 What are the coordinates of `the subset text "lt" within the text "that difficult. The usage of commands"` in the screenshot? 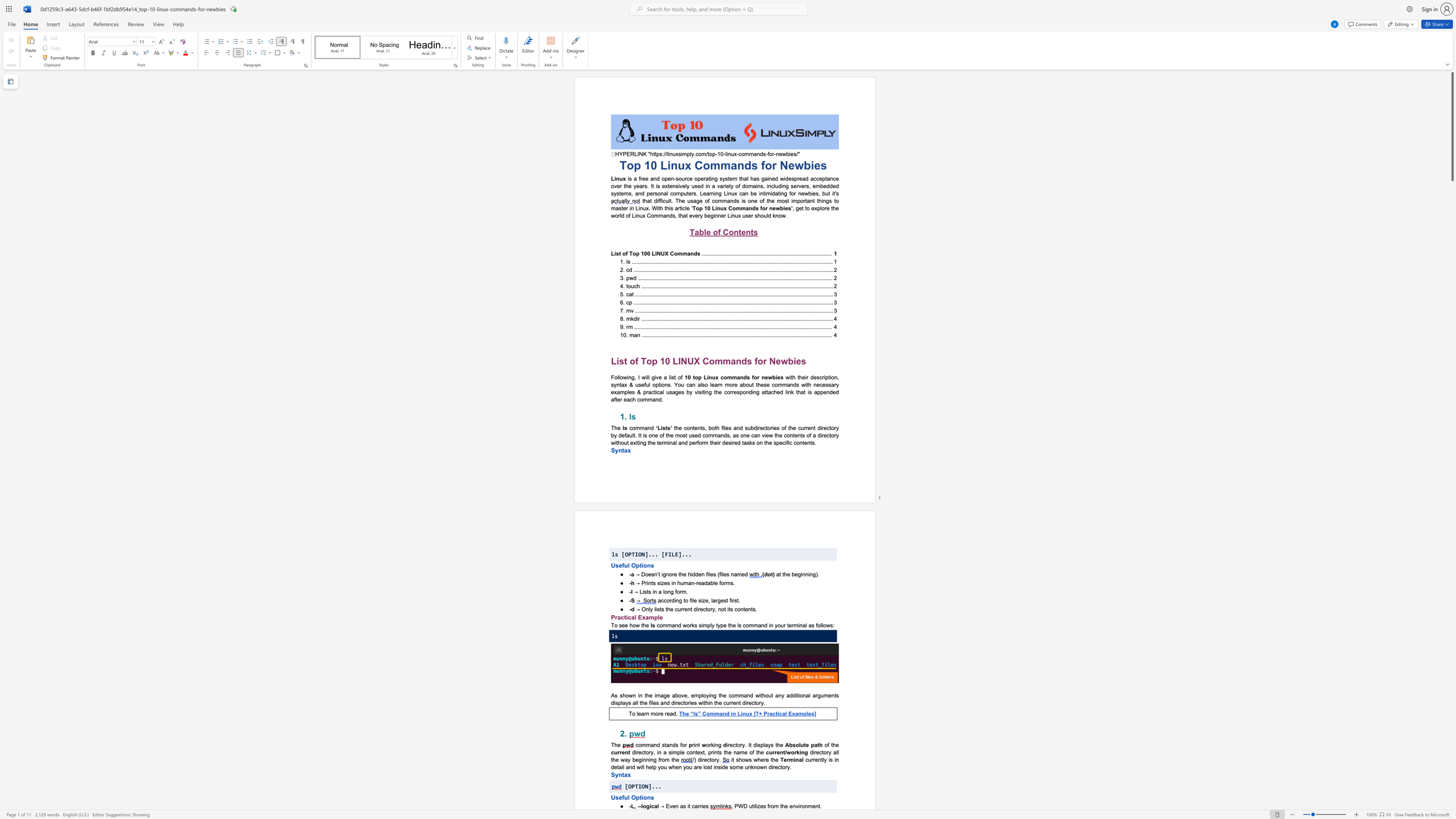 It's located at (669, 200).